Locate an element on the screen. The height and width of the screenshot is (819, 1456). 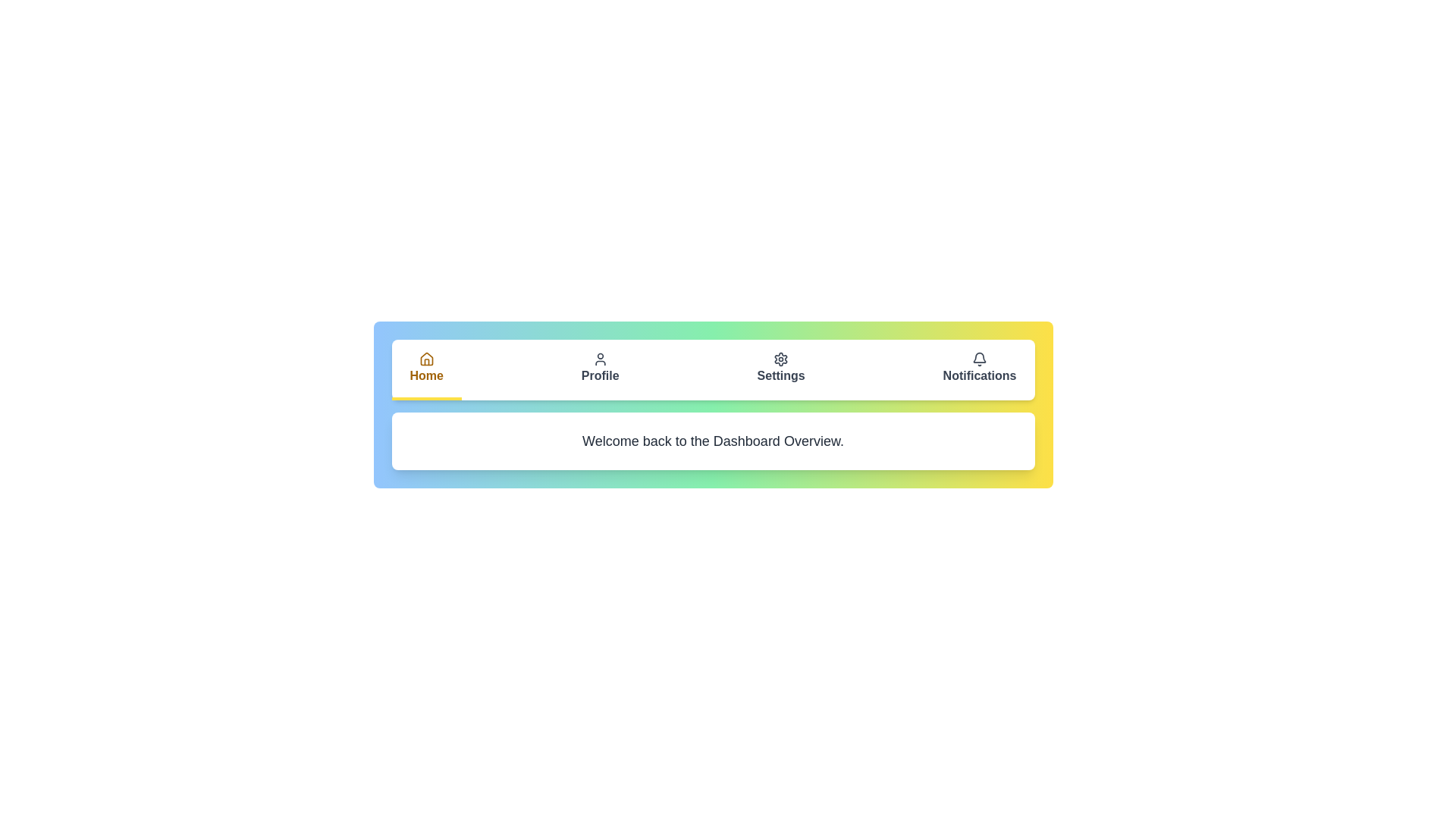
the cogwheel icon representing settings is located at coordinates (781, 359).